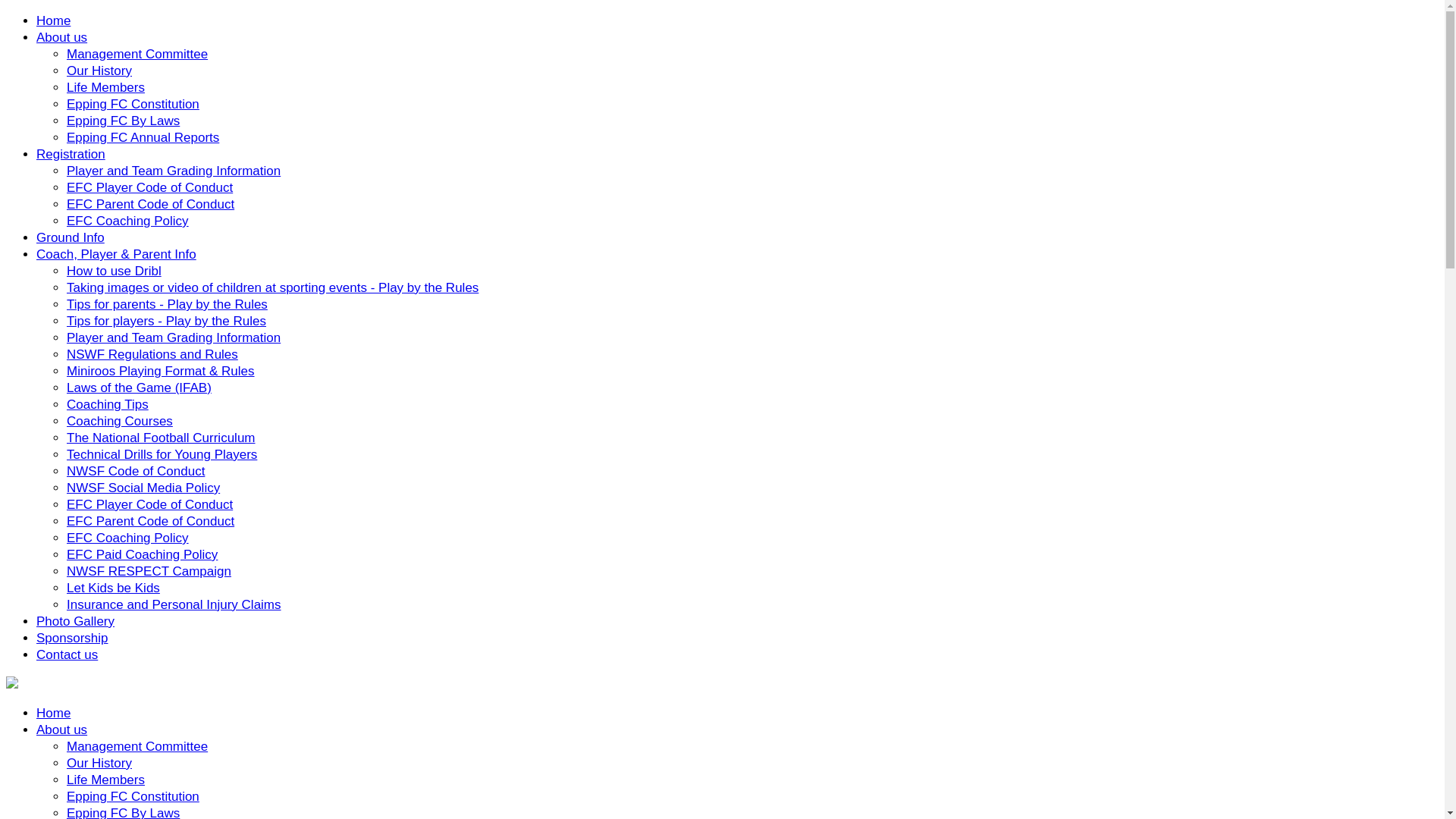 Image resolution: width=1456 pixels, height=819 pixels. I want to click on 'Player and Team Grading Information', so click(174, 337).